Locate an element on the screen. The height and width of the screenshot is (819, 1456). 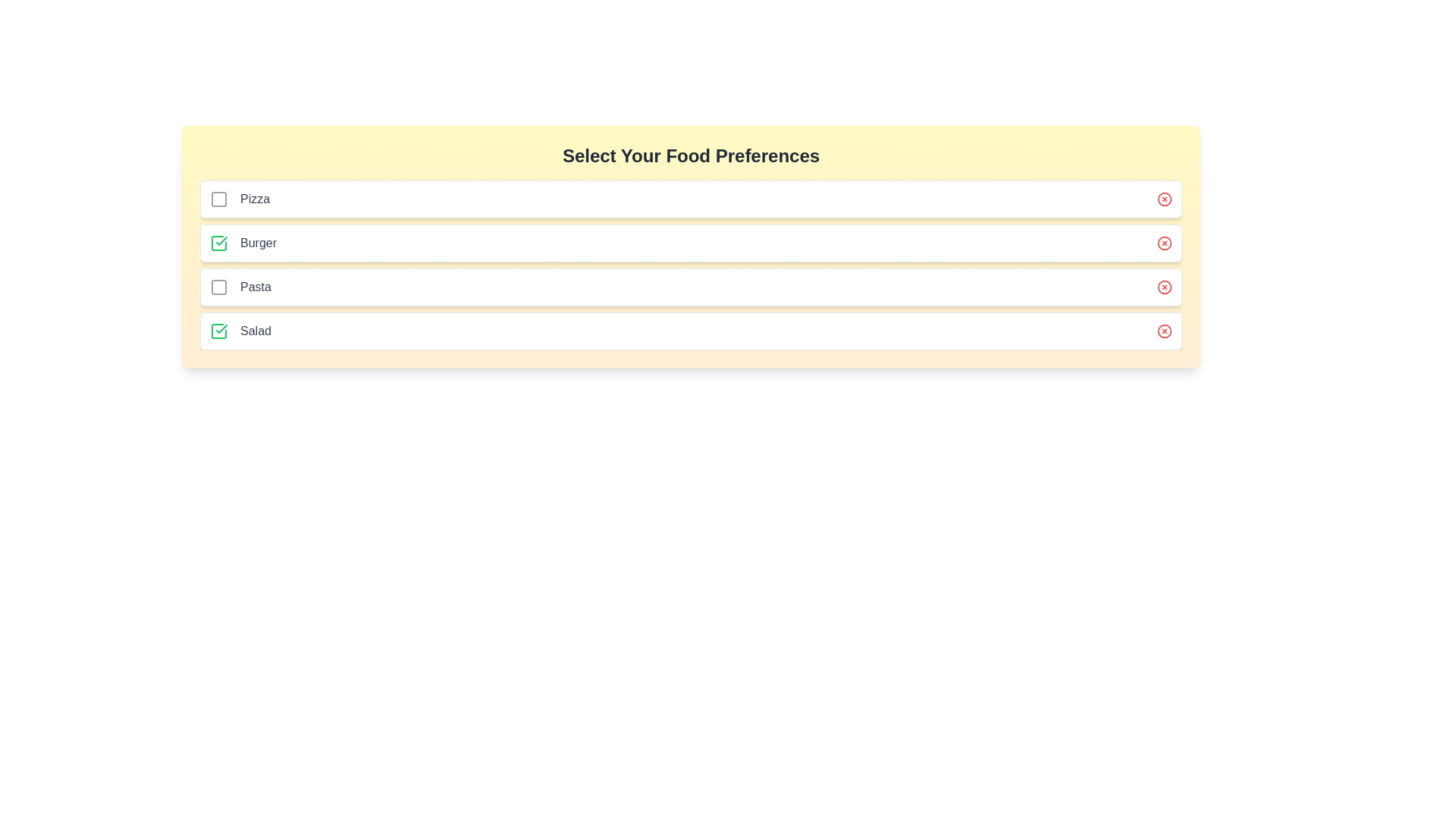
the text label describing the food item 'Pasta', which is the third item in a vertical list of food options, located below 'Burger' and above 'Salad' is located at coordinates (240, 287).